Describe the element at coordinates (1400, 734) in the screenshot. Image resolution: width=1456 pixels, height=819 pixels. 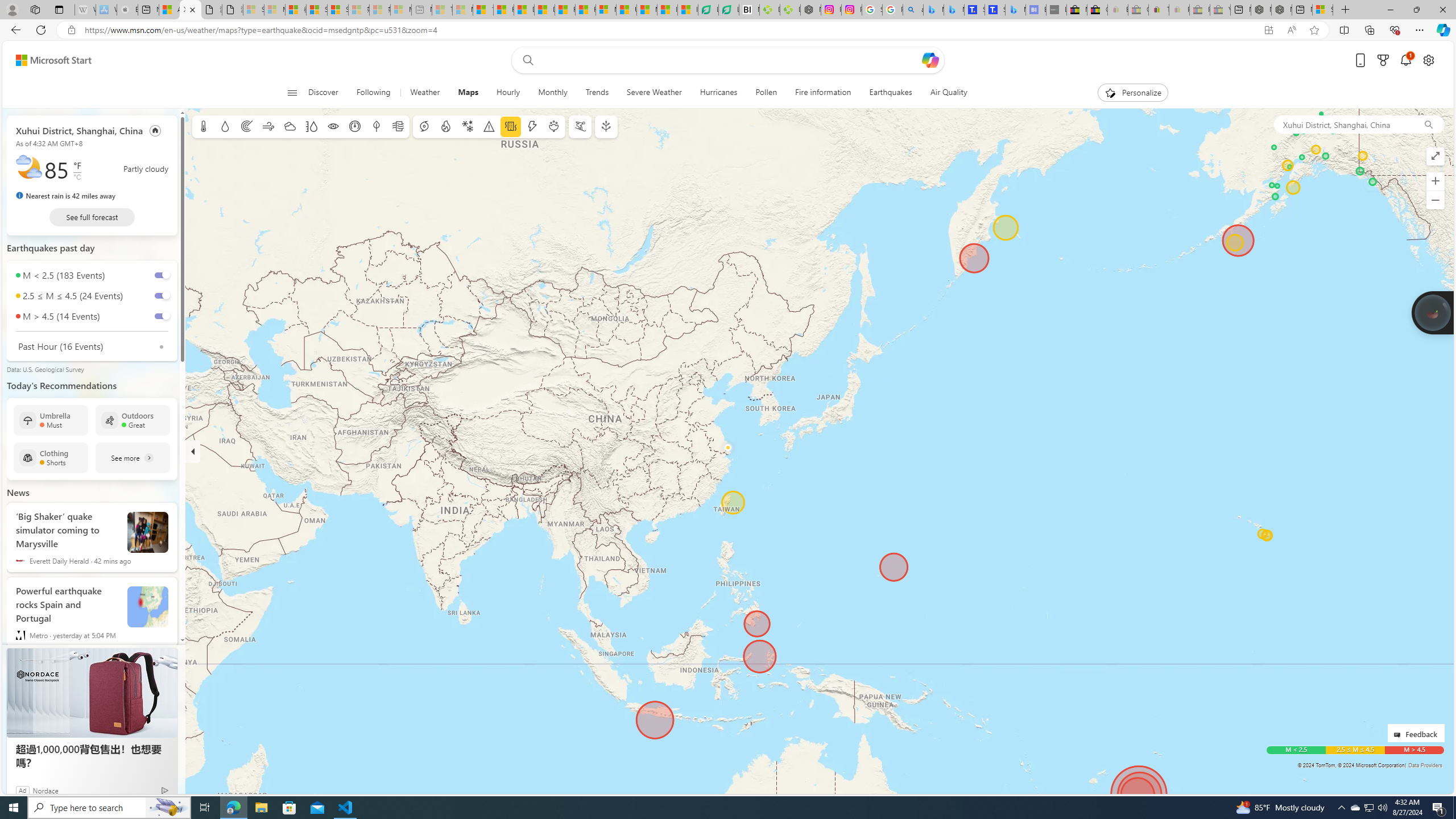
I see `'Class: feedback_link_icon-DS-EntryPoint1-1'` at that location.